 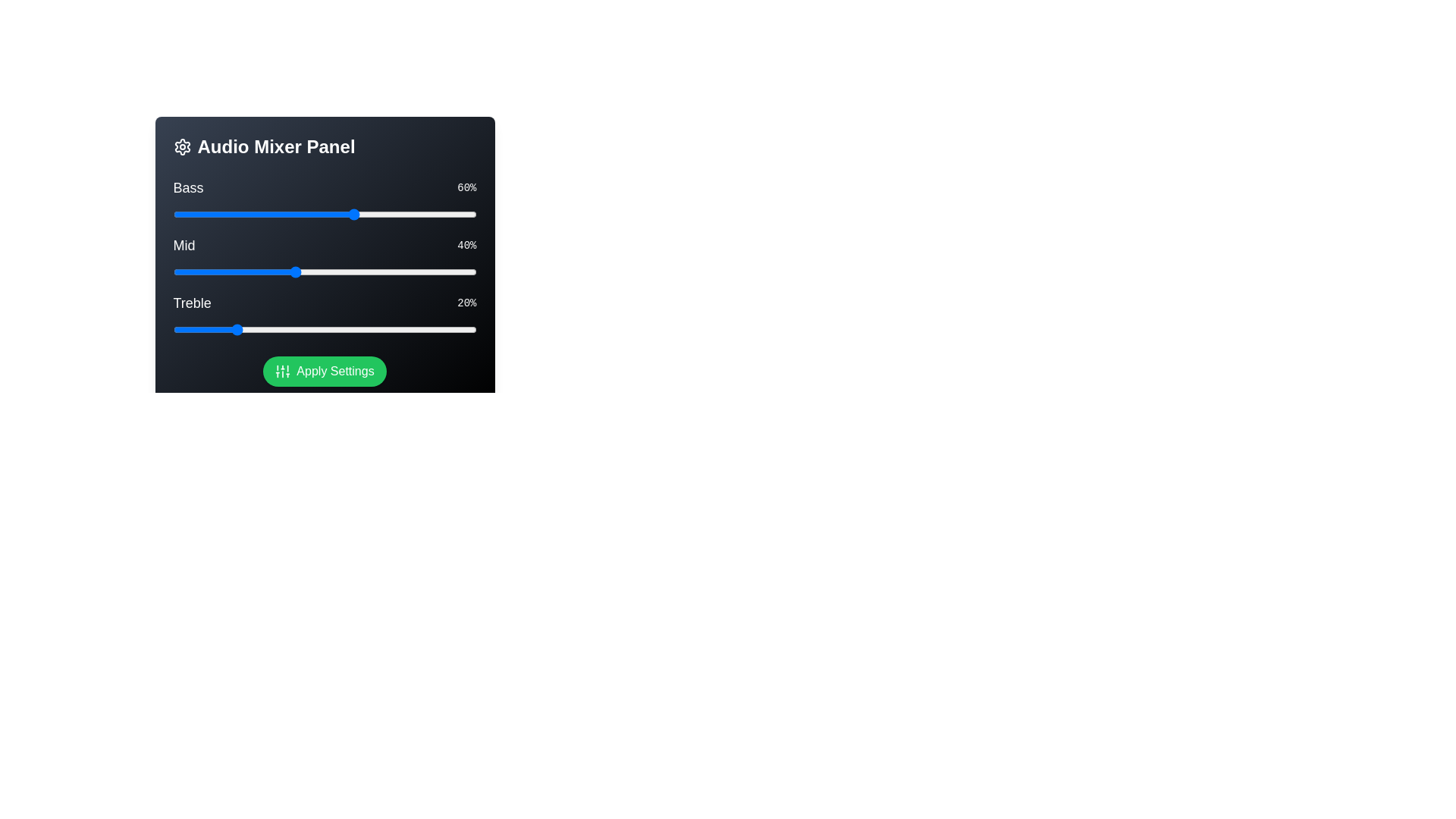 I want to click on the settings icon to reveal the tooltip, so click(x=182, y=146).